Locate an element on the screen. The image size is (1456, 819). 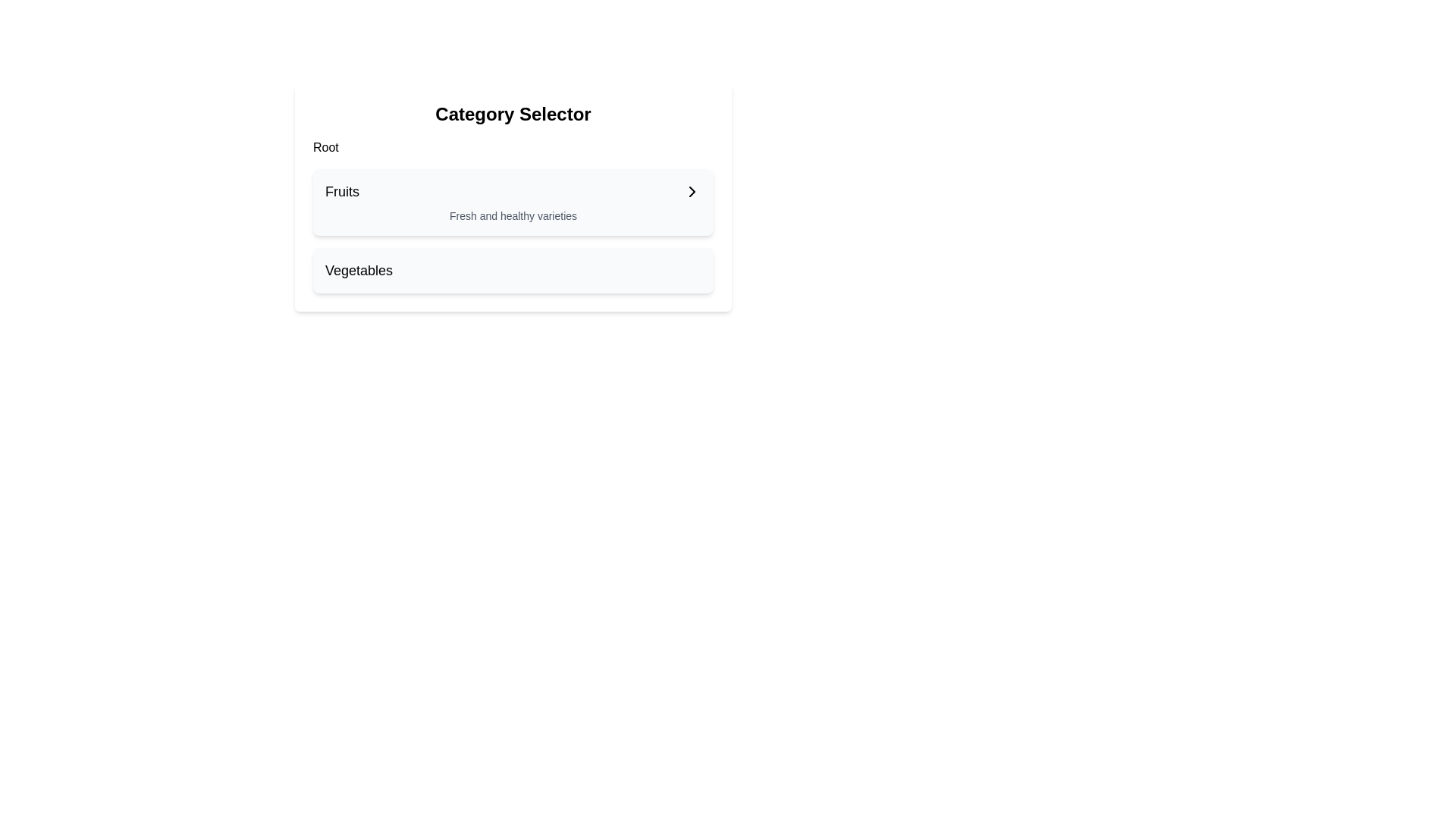
the bold text label reading 'Category Selector', which is styled in extra large font and positioned at the top of the category options box is located at coordinates (513, 113).